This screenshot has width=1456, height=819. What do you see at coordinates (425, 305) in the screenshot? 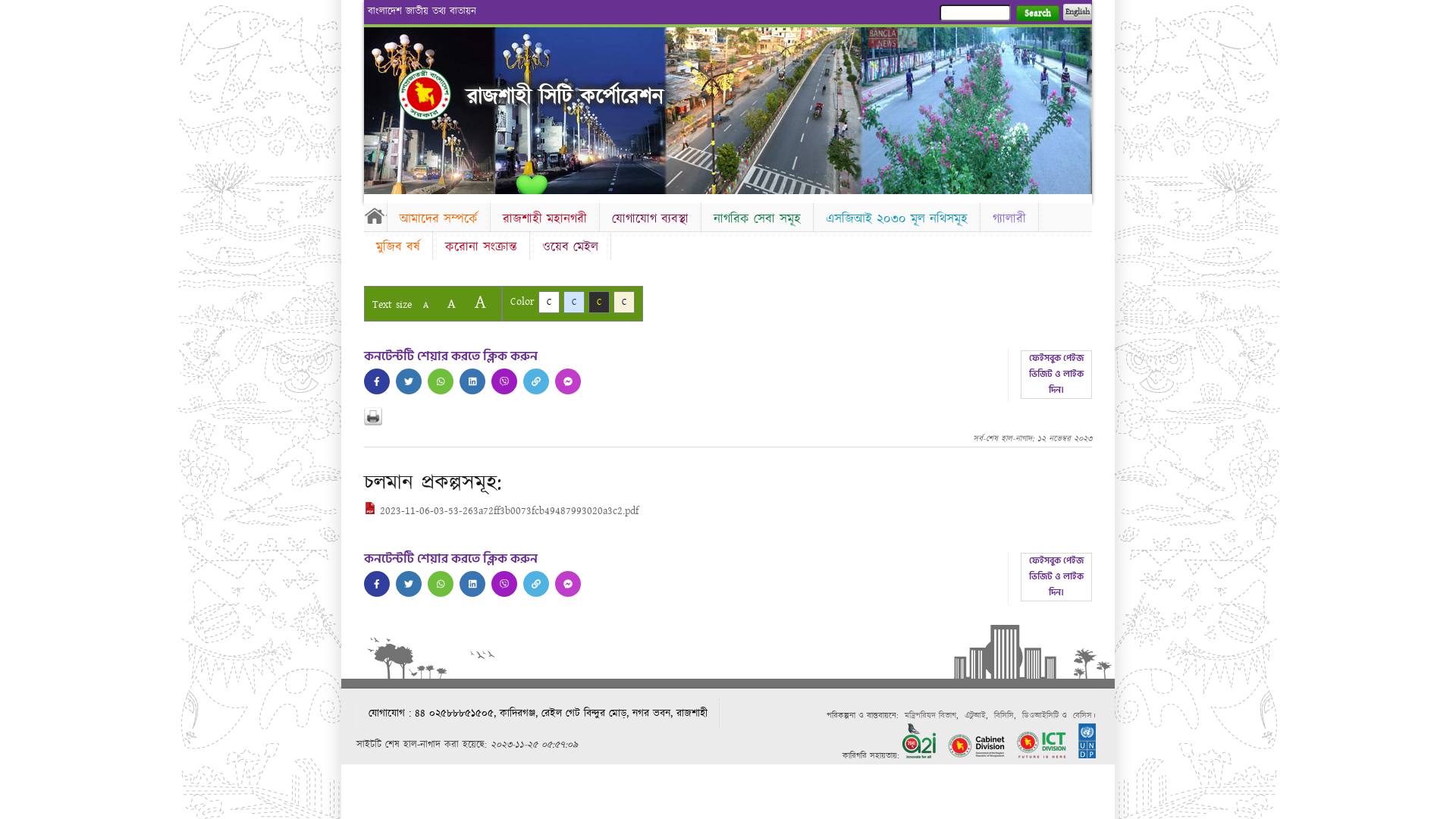
I see `'A'` at bounding box center [425, 305].